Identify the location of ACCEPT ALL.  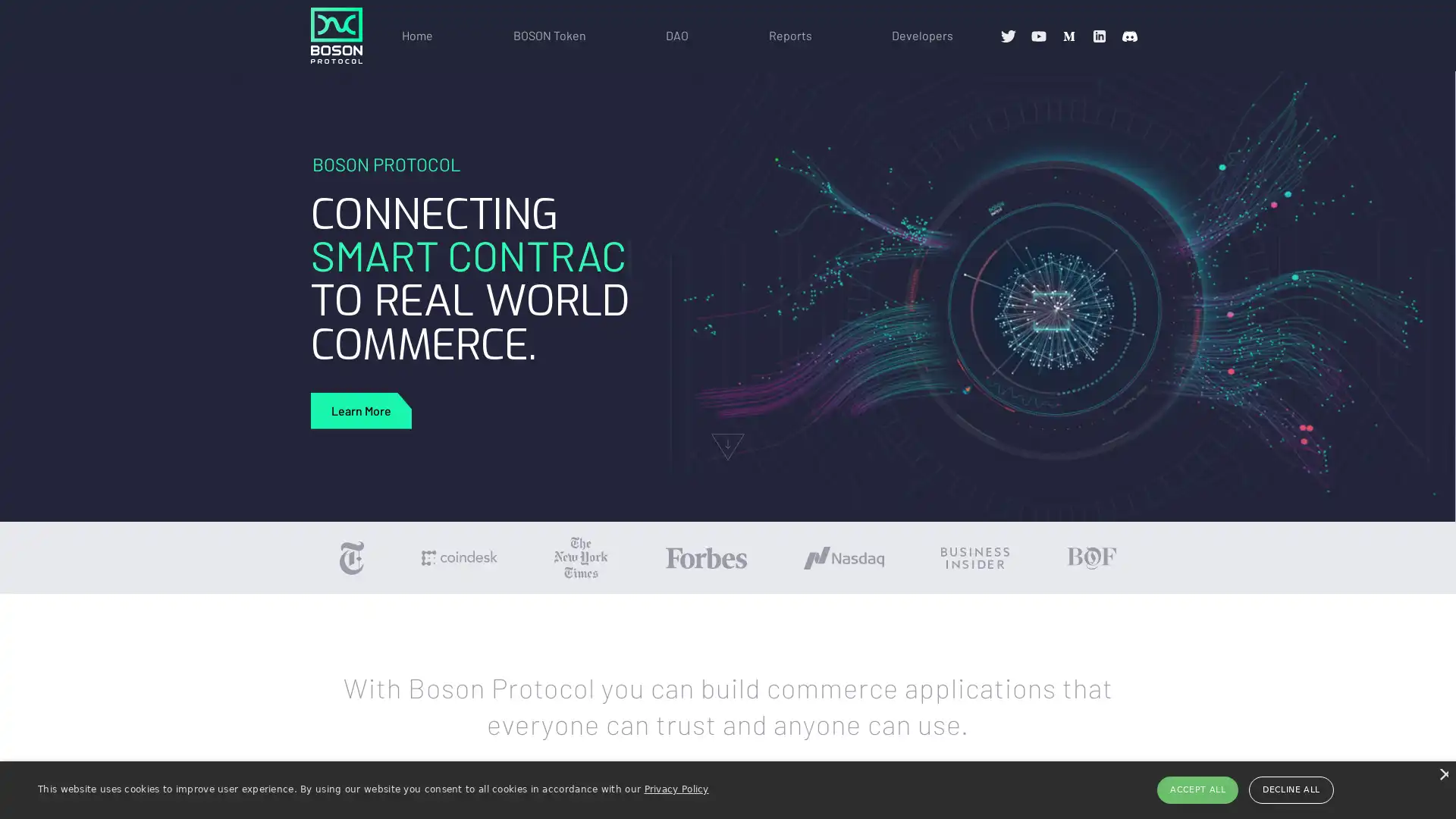
(1197, 789).